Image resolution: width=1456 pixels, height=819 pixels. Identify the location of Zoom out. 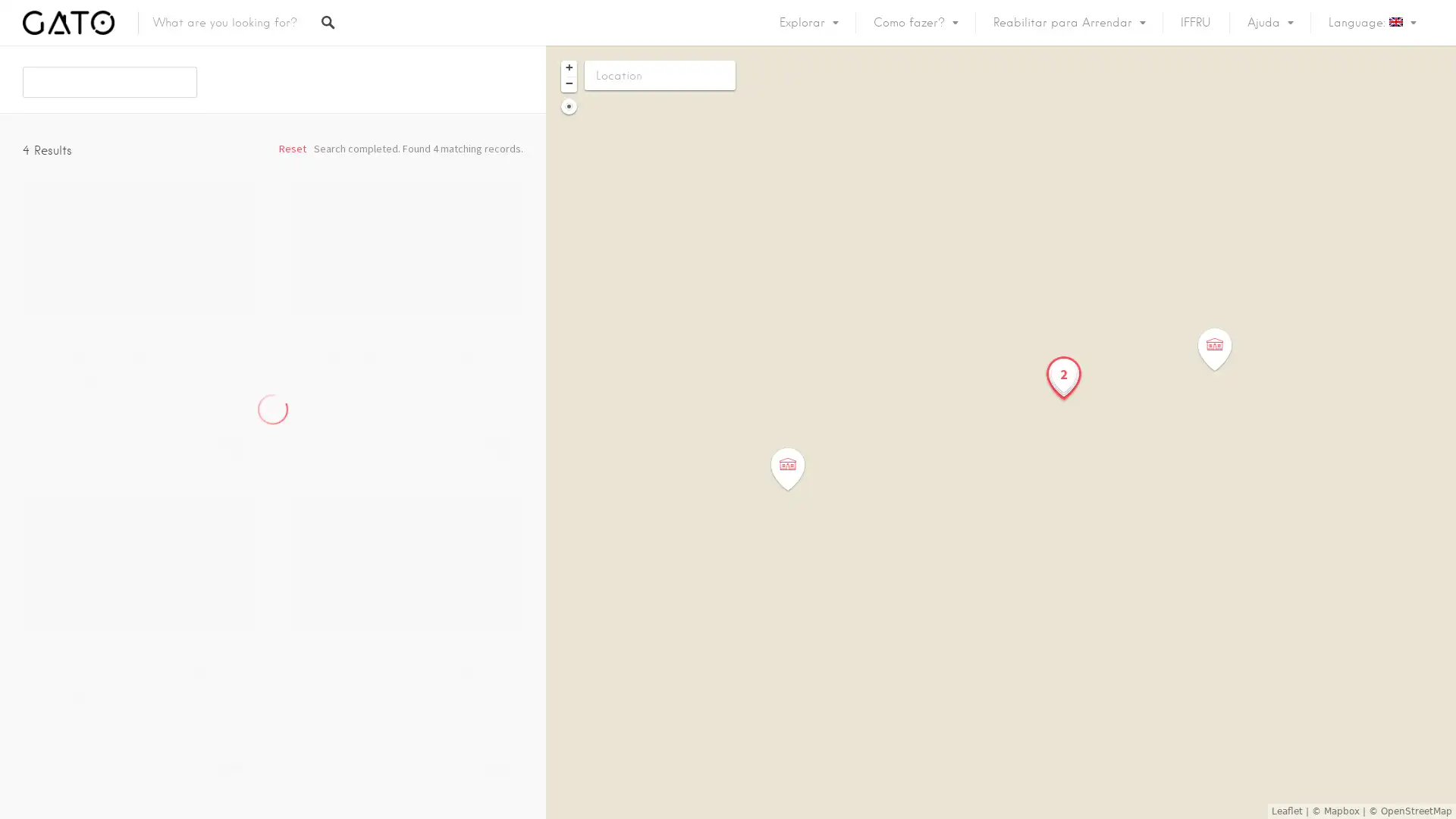
(568, 84).